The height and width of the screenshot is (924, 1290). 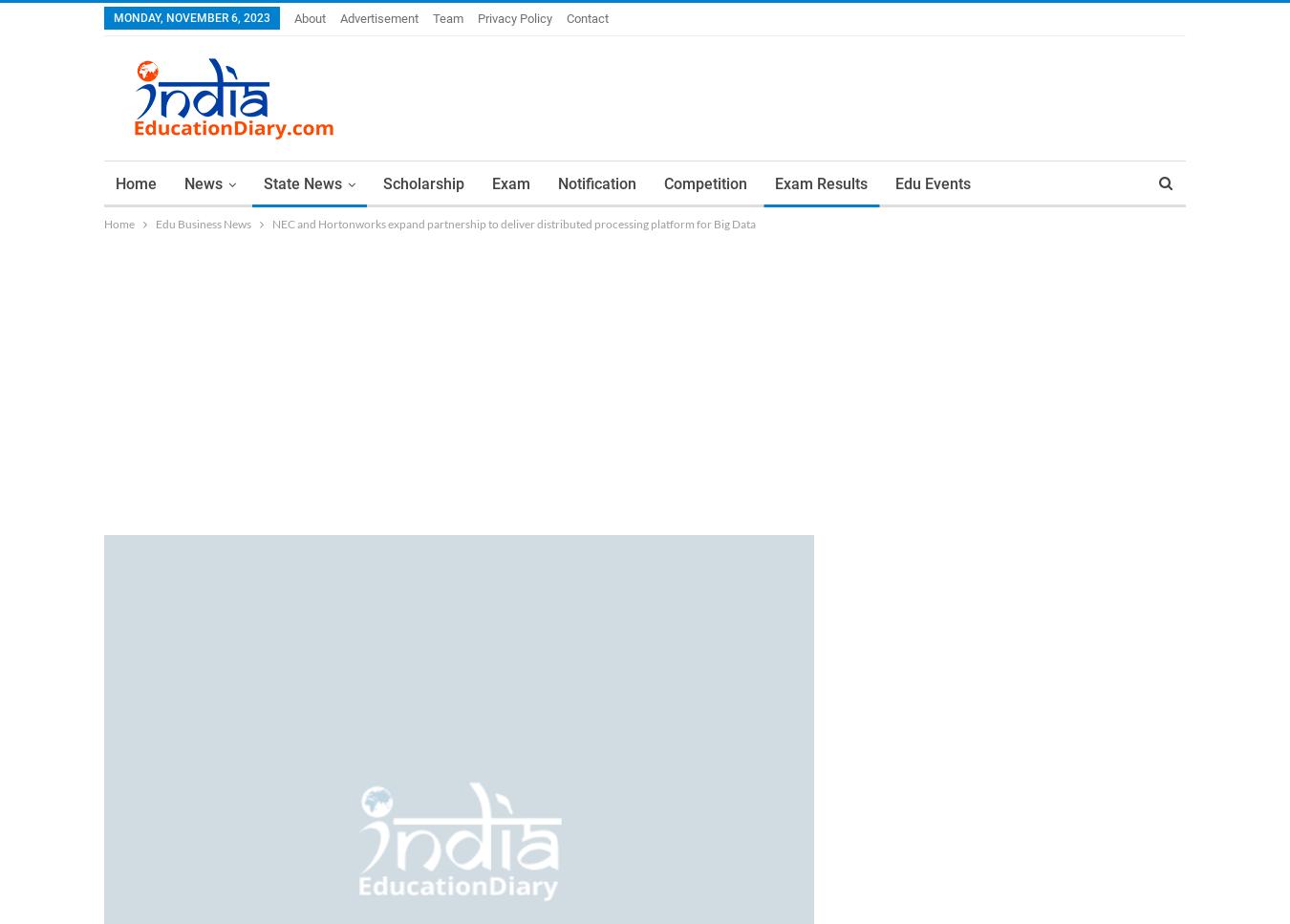 What do you see at coordinates (821, 183) in the screenshot?
I see `'Exam Results'` at bounding box center [821, 183].